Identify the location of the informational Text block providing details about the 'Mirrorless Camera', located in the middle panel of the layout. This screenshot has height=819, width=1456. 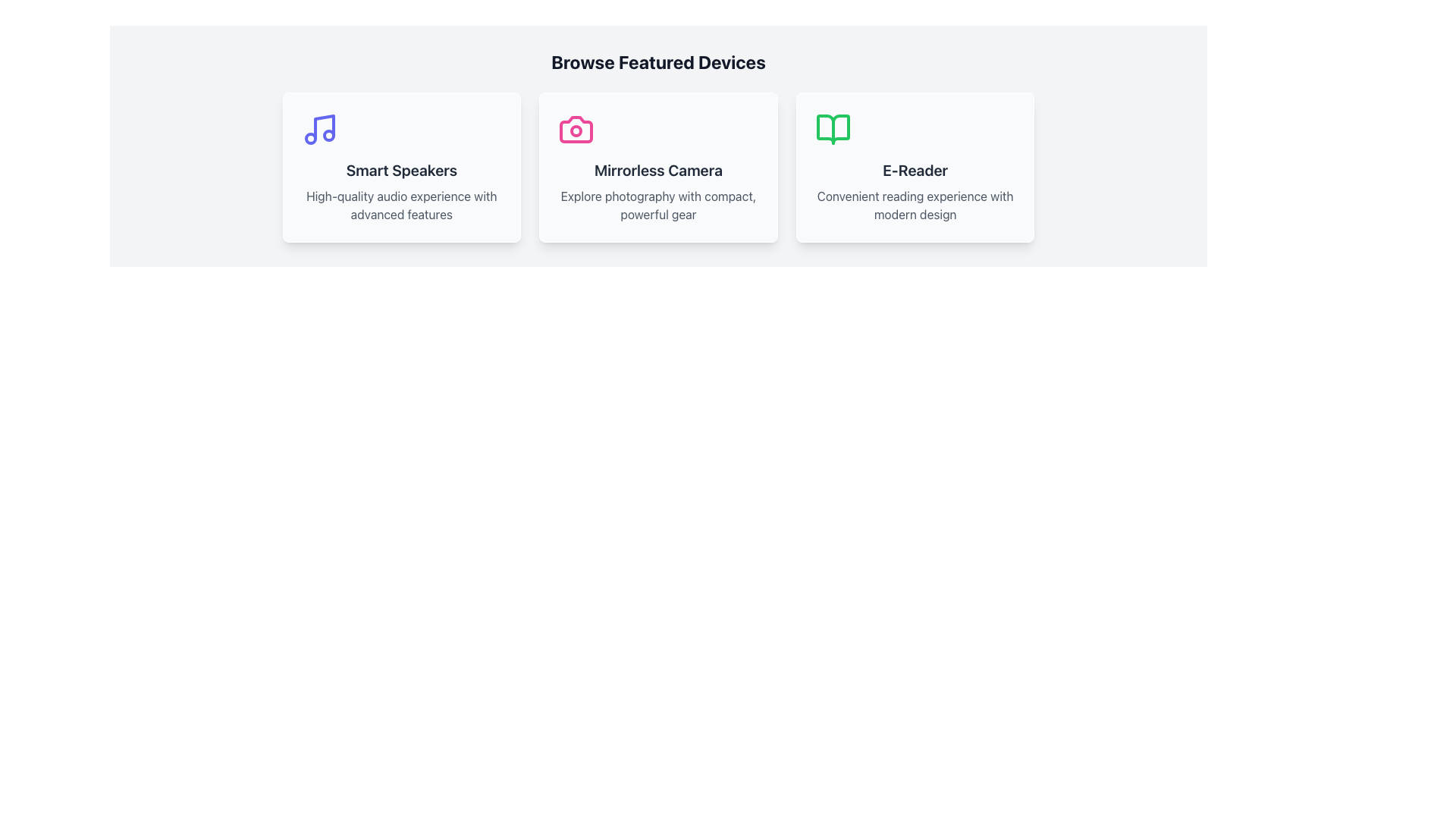
(658, 205).